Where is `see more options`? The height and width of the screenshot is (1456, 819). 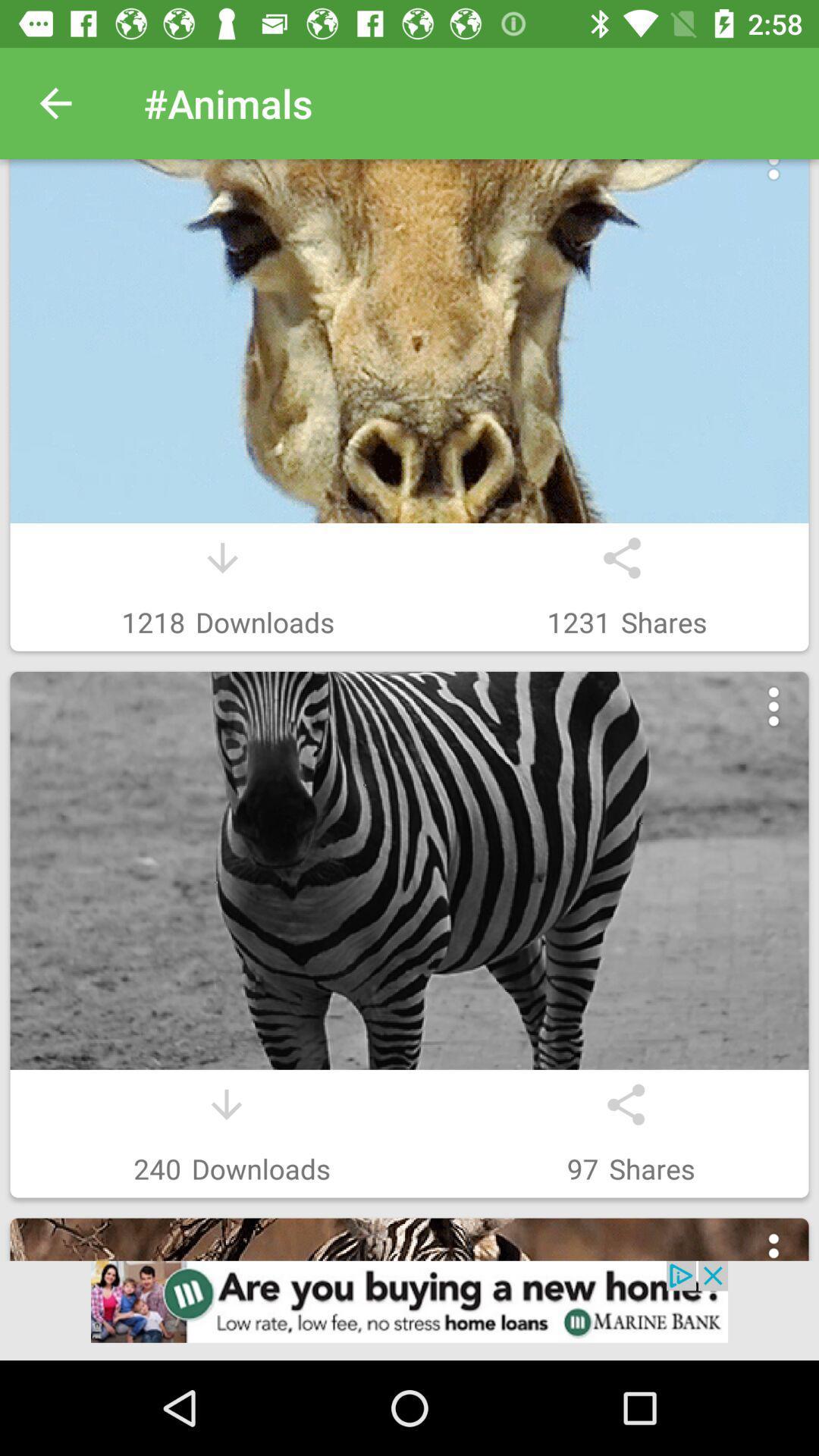
see more options is located at coordinates (773, 177).